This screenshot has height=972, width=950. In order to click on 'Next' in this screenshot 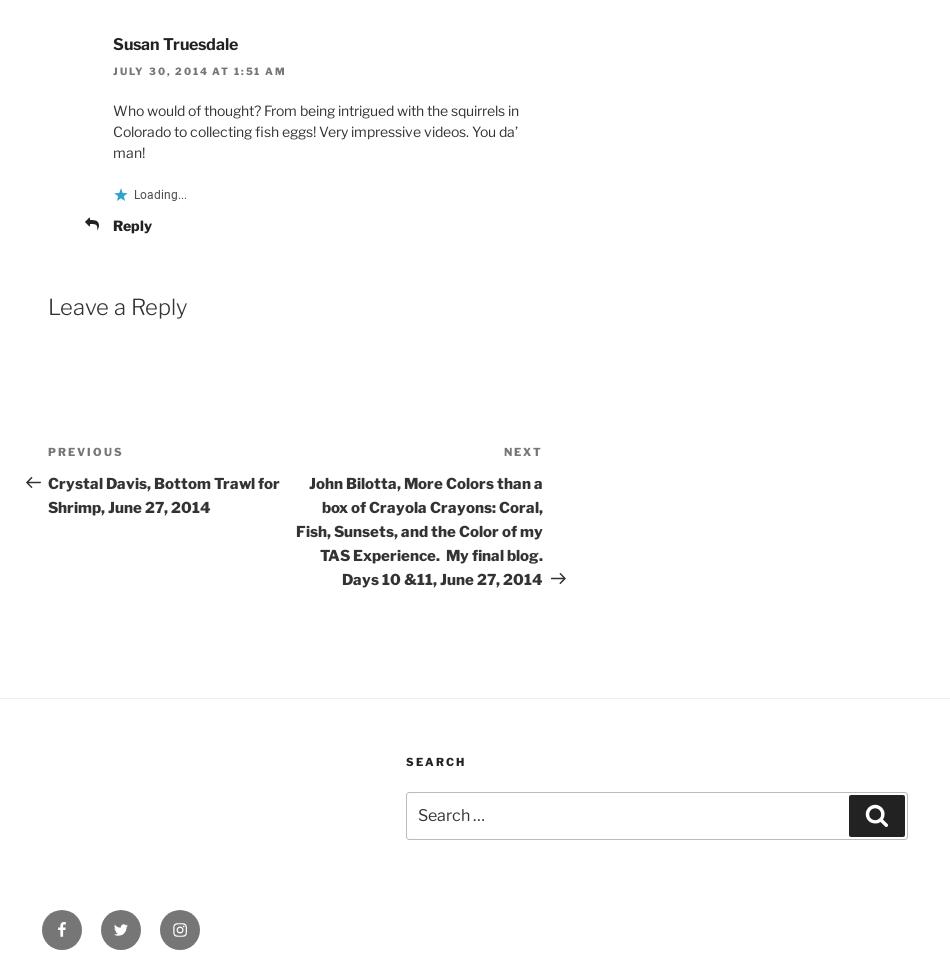, I will do `click(523, 450)`.